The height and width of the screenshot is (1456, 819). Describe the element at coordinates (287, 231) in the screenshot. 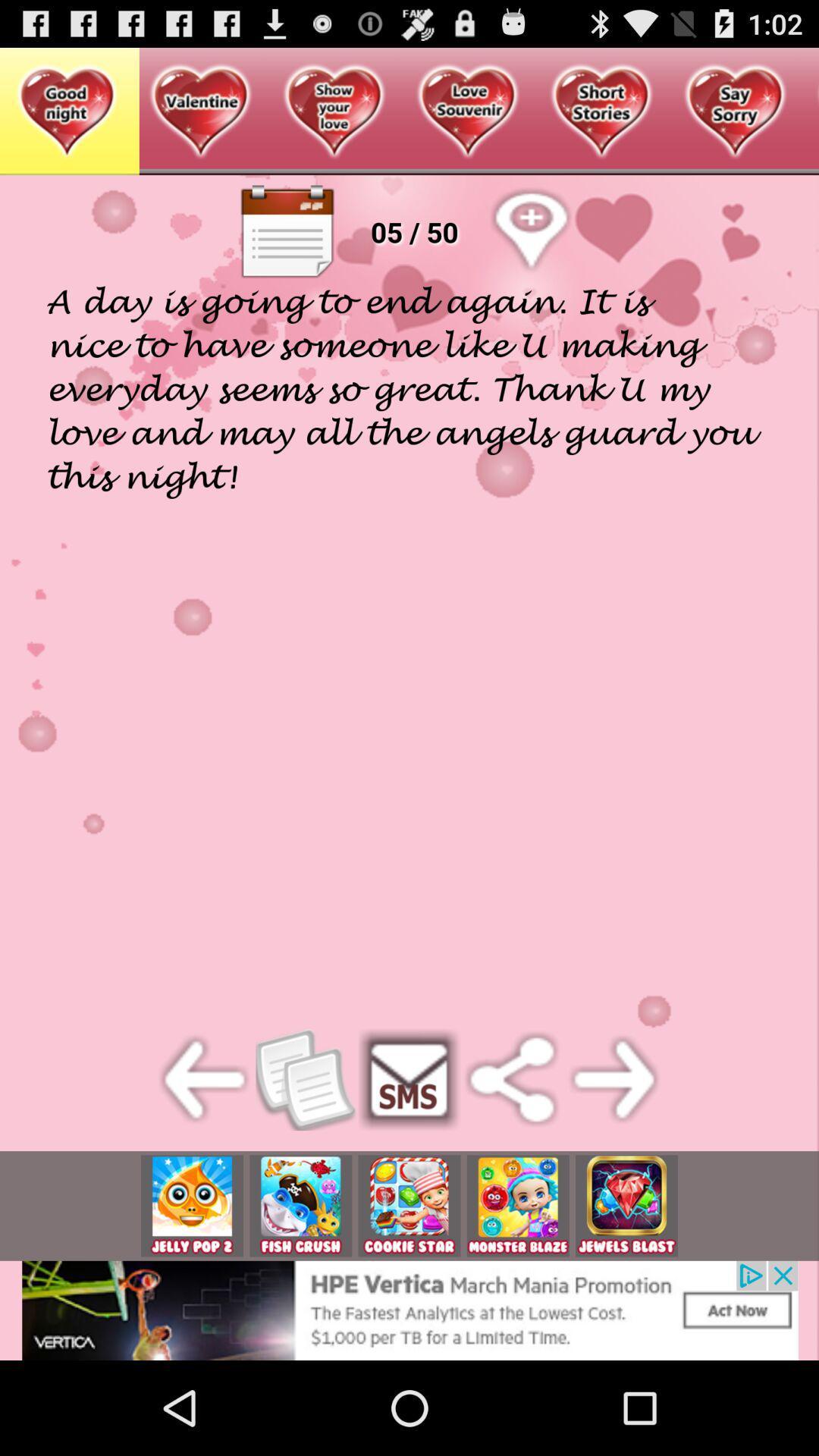

I see `text book button on web page` at that location.